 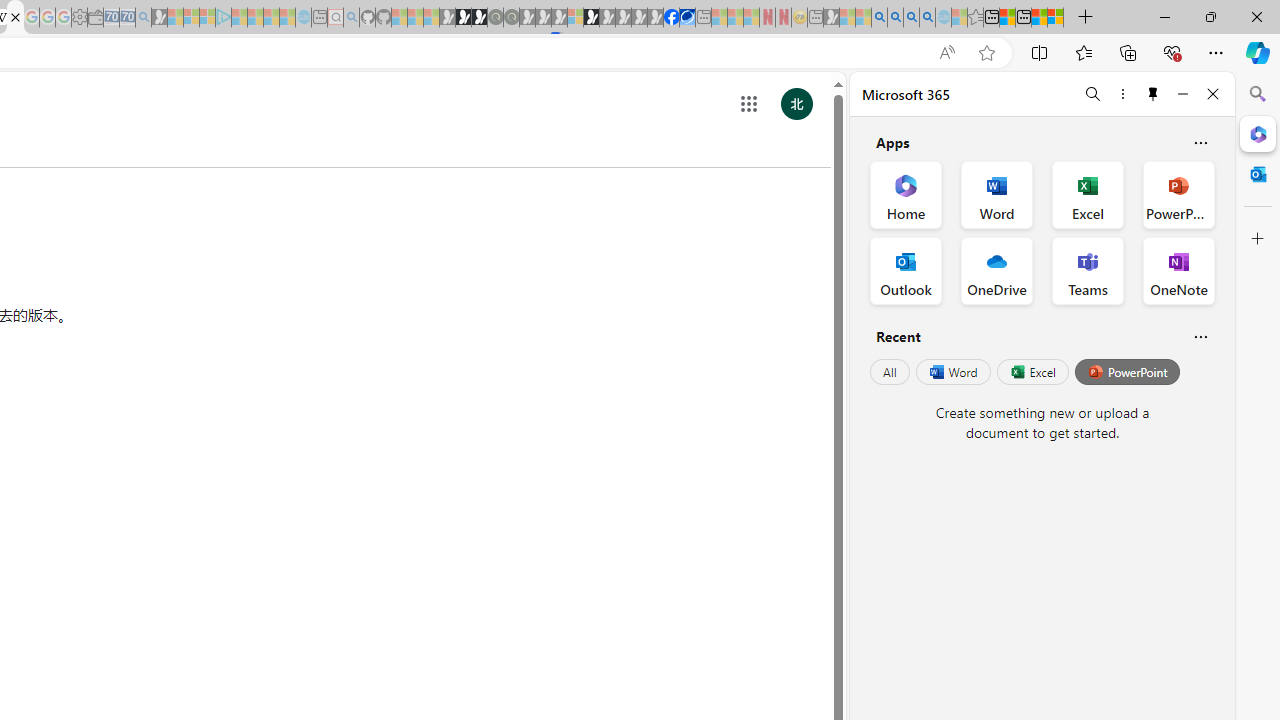 What do you see at coordinates (894, 17) in the screenshot?
I see `'2009 Bing officially replaced Live Search on June 3 - Search'` at bounding box center [894, 17].